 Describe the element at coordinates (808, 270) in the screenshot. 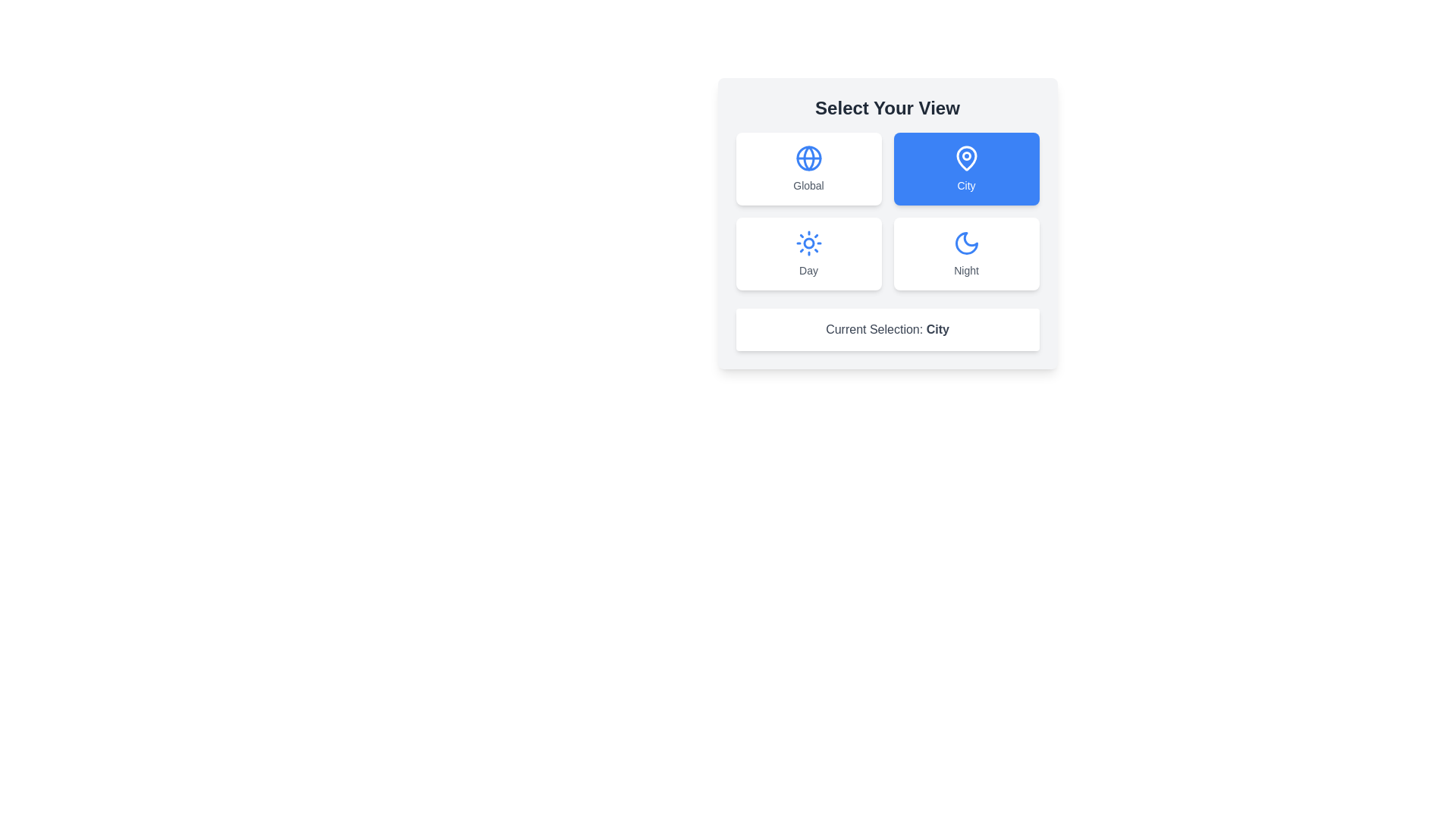

I see `text label 'Day' located at the bottom of the card that is visually grouped under a sun icon, styled in light blue` at that location.